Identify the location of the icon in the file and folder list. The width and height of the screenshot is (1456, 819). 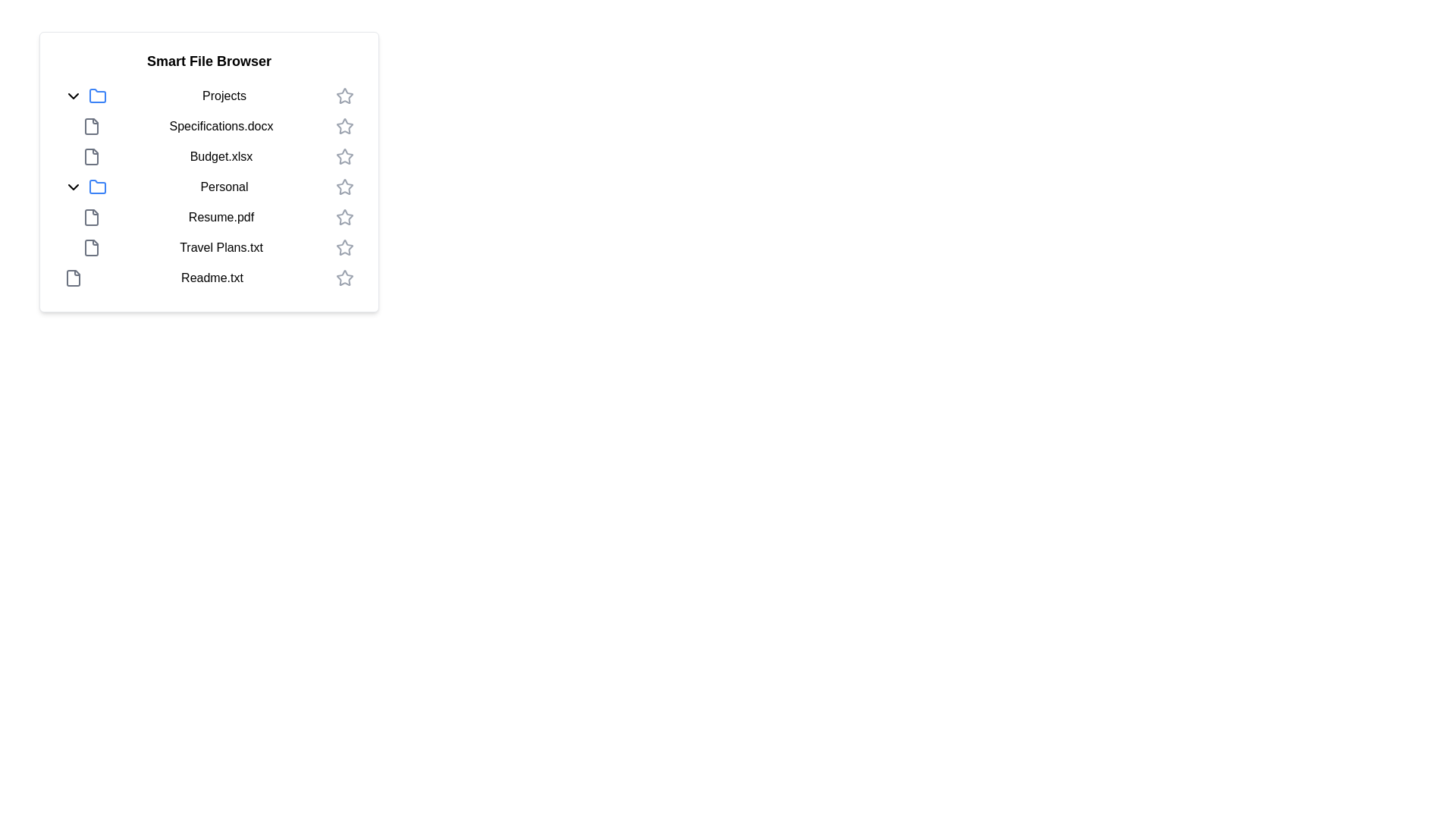
(208, 186).